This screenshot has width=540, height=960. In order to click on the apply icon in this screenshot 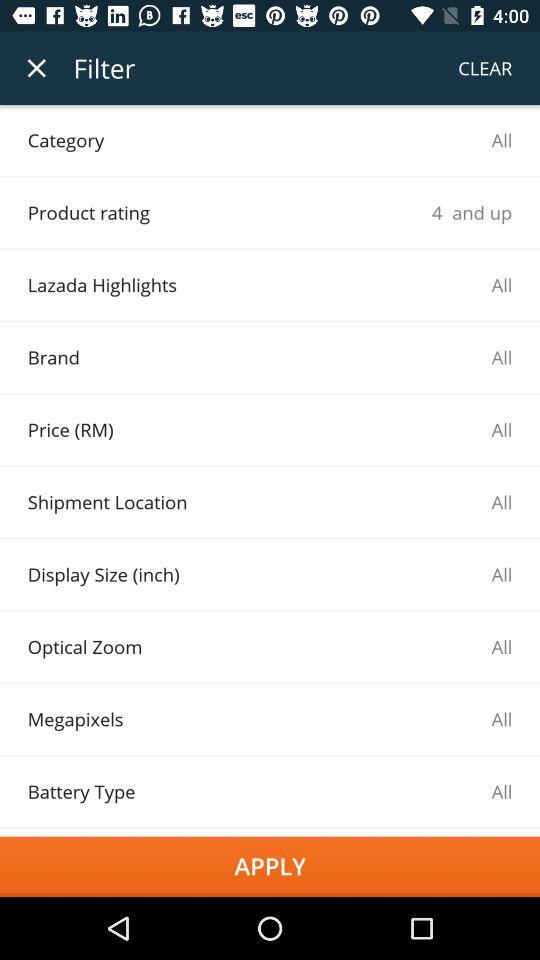, I will do `click(270, 865)`.